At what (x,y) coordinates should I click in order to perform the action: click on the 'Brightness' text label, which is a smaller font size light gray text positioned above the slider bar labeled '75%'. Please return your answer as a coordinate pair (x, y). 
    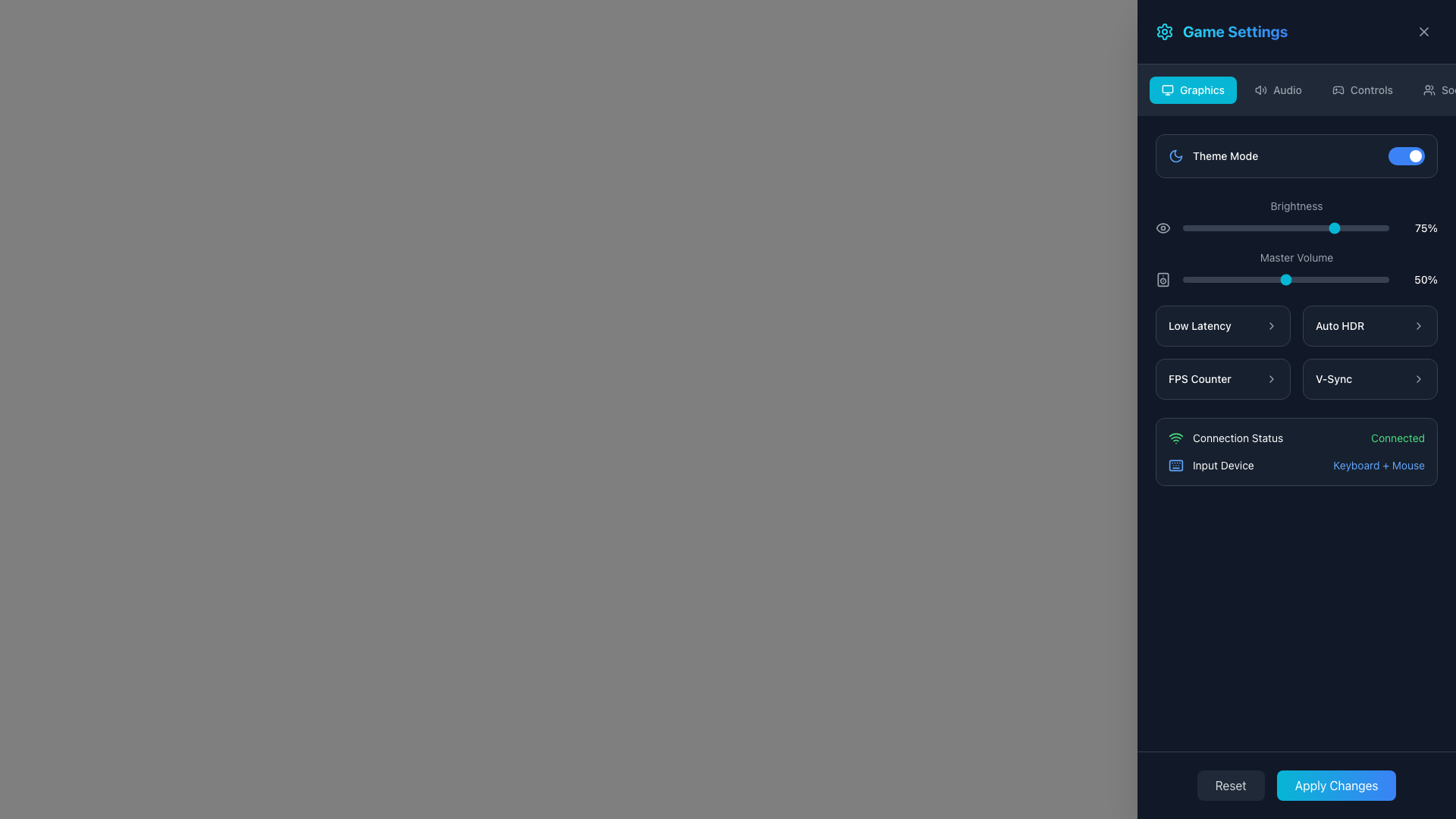
    Looking at the image, I should click on (1295, 206).